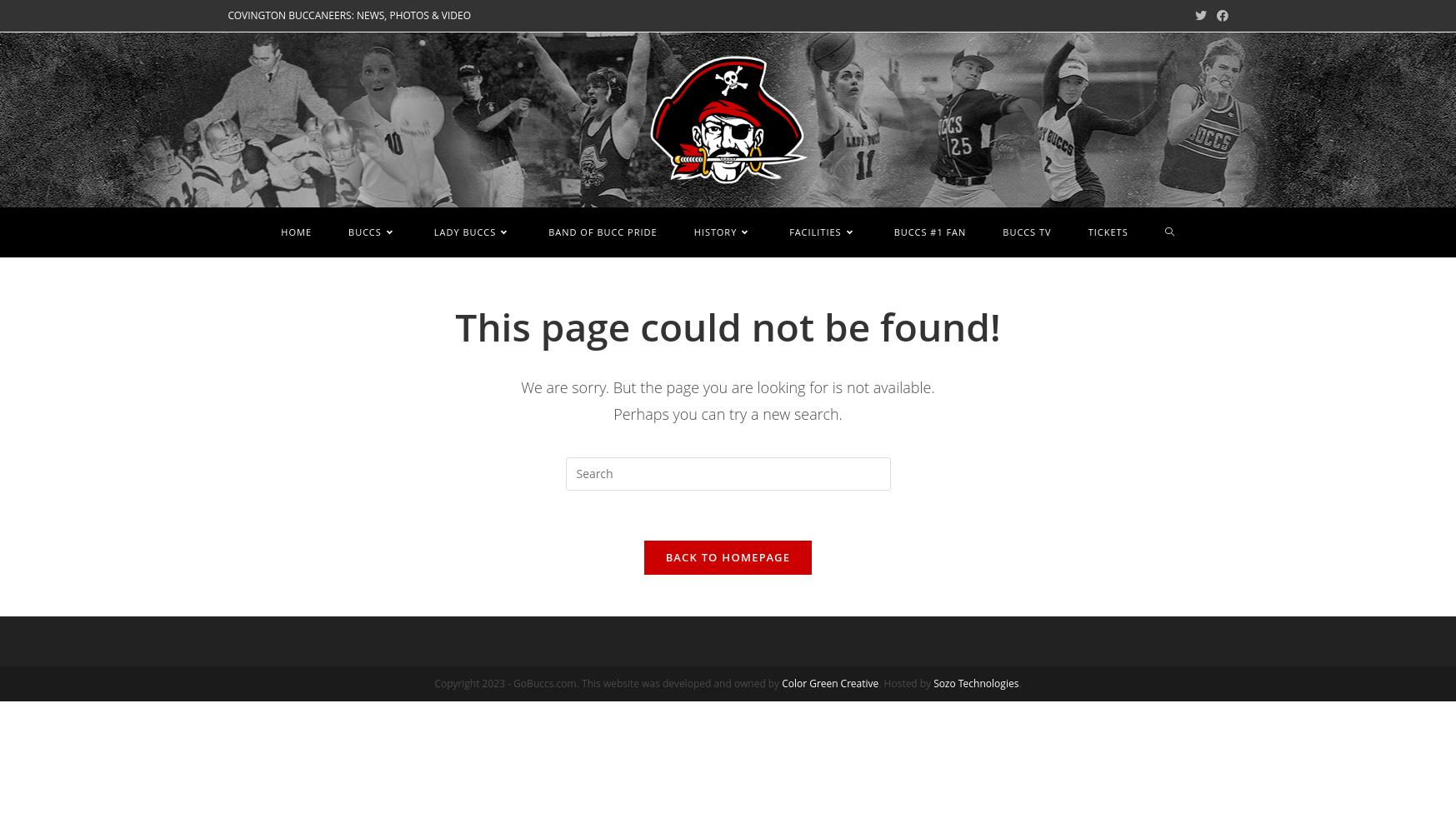 Image resolution: width=1456 pixels, height=833 pixels. What do you see at coordinates (603, 231) in the screenshot?
I see `'BAND OF BUCC PRIDE'` at bounding box center [603, 231].